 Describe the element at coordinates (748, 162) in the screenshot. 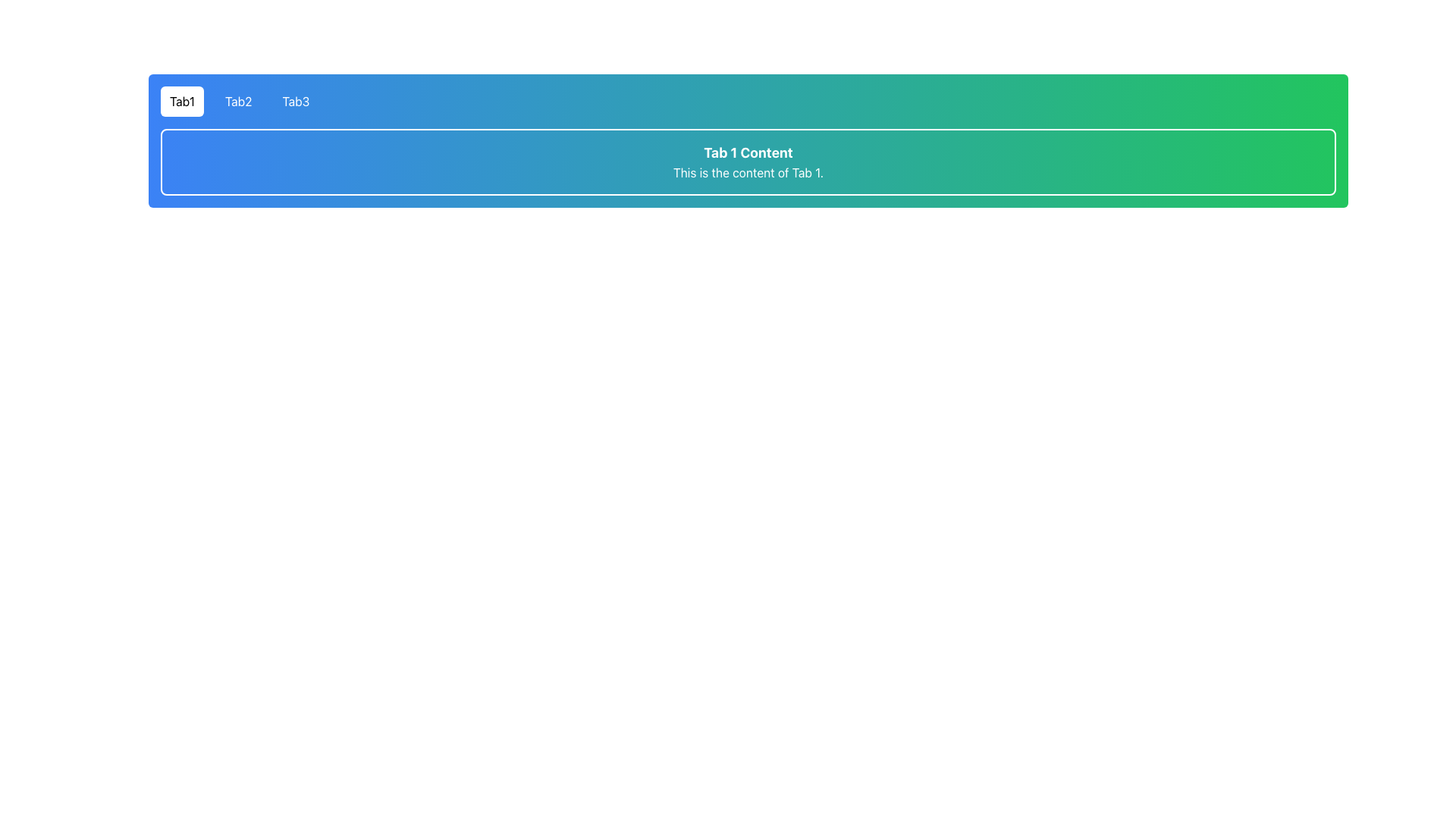

I see `the Text Display Panel that provides content for 'Tab 1,' located centrally below the tab selection buttons` at that location.